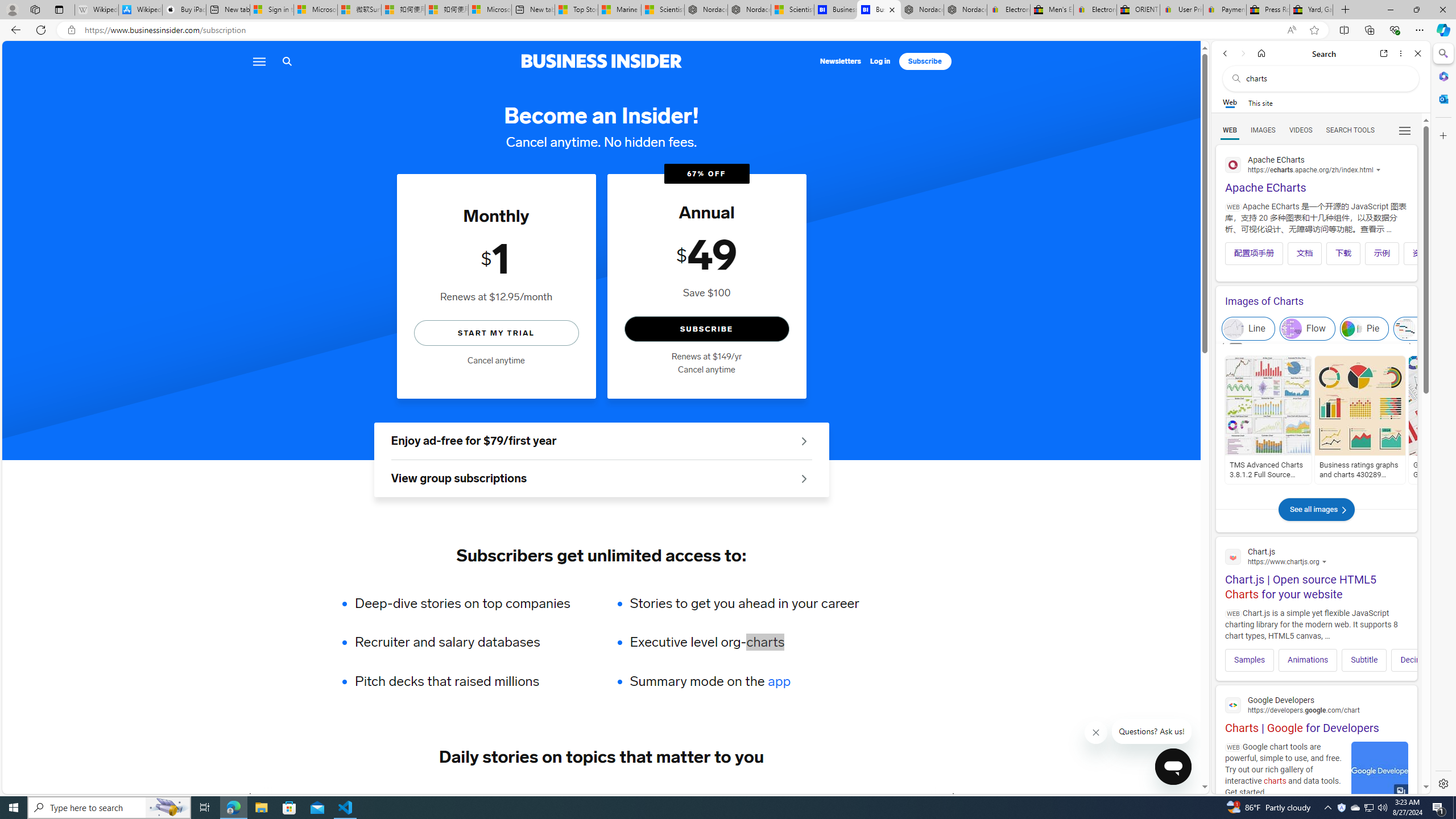 The height and width of the screenshot is (819, 1456). Describe the element at coordinates (1363, 660) in the screenshot. I see `'Subtitle'` at that location.